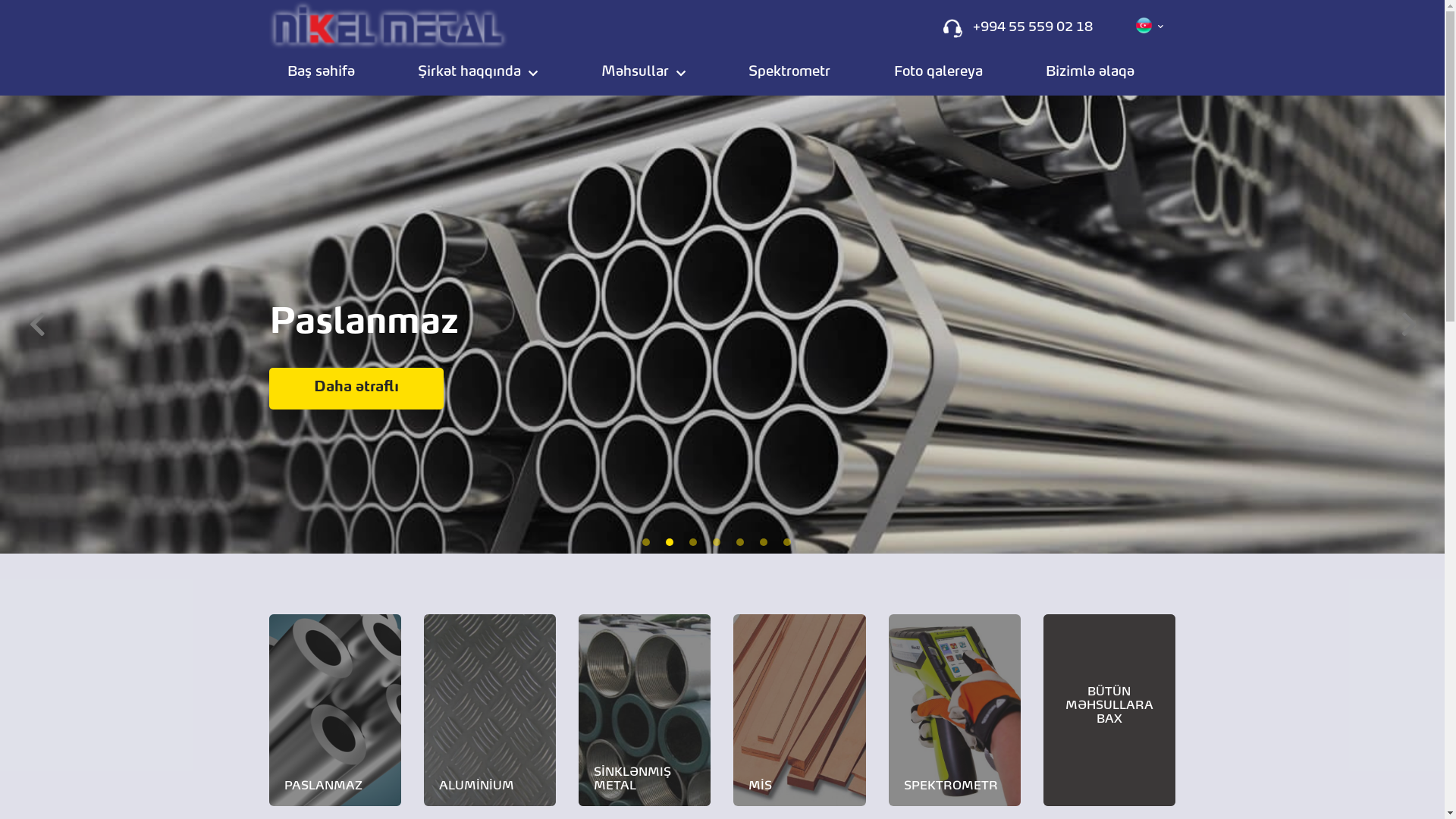 The width and height of the screenshot is (1456, 819). I want to click on 'SPEKTROMETR', so click(953, 710).